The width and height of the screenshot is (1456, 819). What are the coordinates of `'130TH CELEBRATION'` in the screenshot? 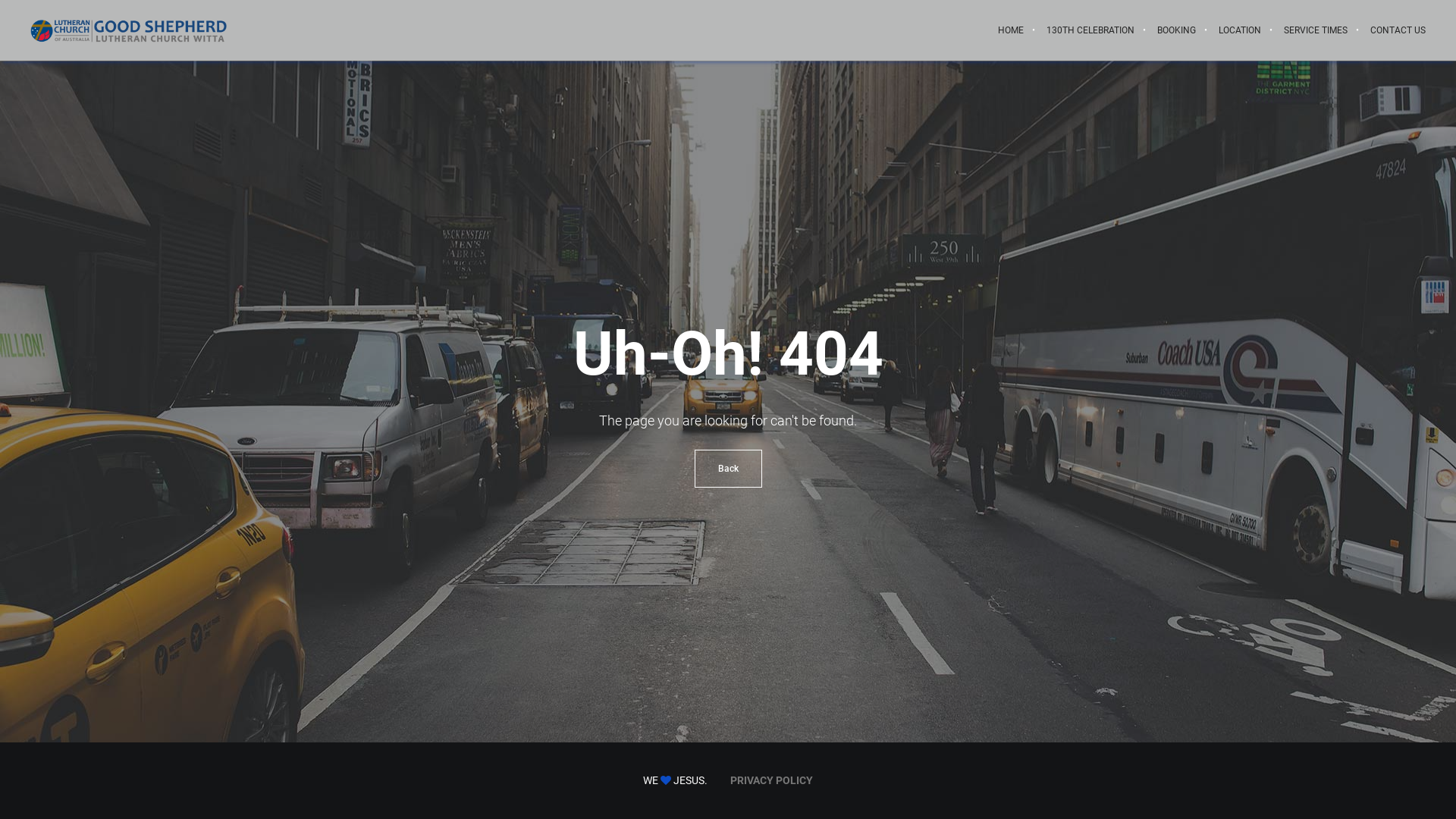 It's located at (1090, 30).